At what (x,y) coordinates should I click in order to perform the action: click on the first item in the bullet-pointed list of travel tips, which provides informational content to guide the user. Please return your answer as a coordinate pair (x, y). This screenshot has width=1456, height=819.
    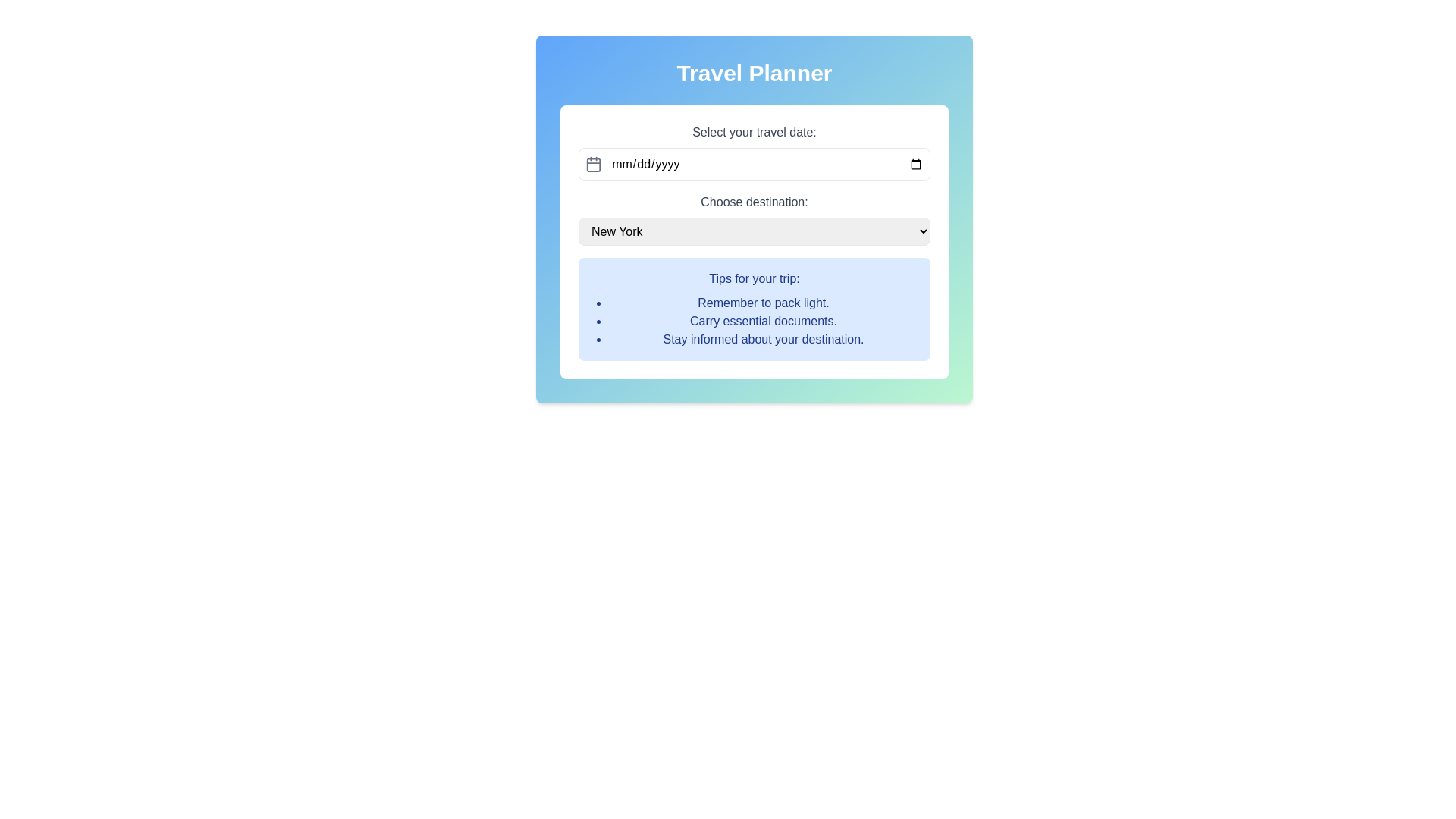
    Looking at the image, I should click on (764, 303).